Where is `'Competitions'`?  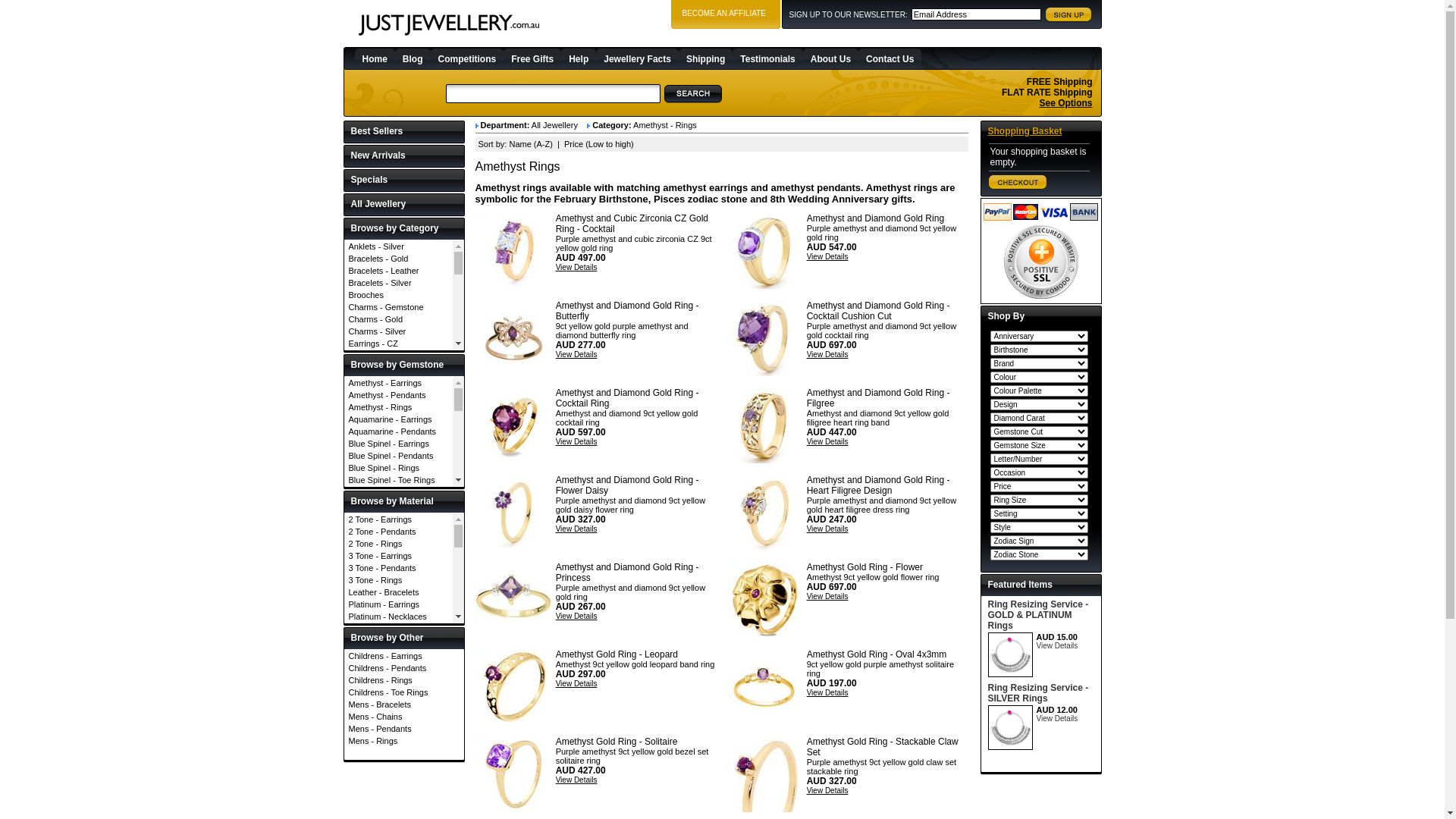
'Competitions' is located at coordinates (466, 58).